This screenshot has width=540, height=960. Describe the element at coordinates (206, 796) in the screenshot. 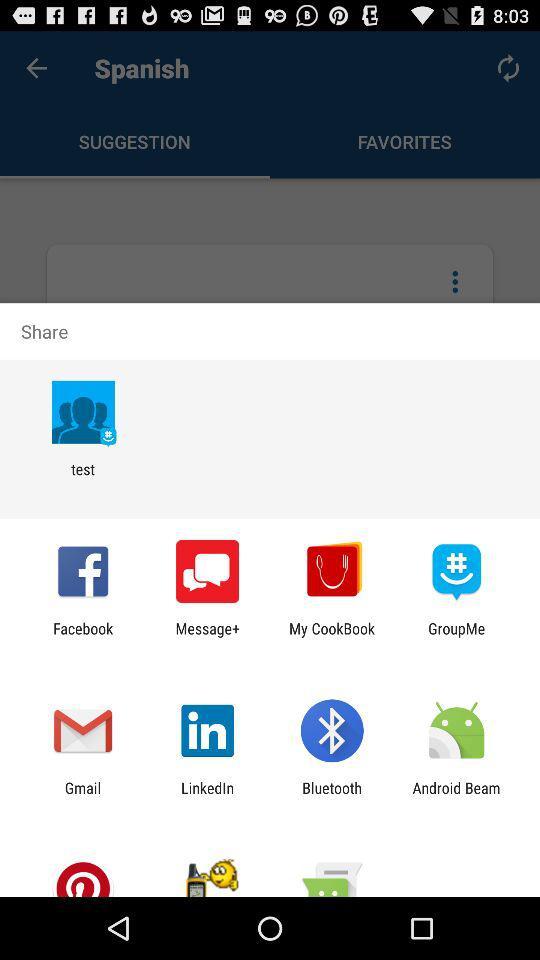

I see `linkedin app` at that location.